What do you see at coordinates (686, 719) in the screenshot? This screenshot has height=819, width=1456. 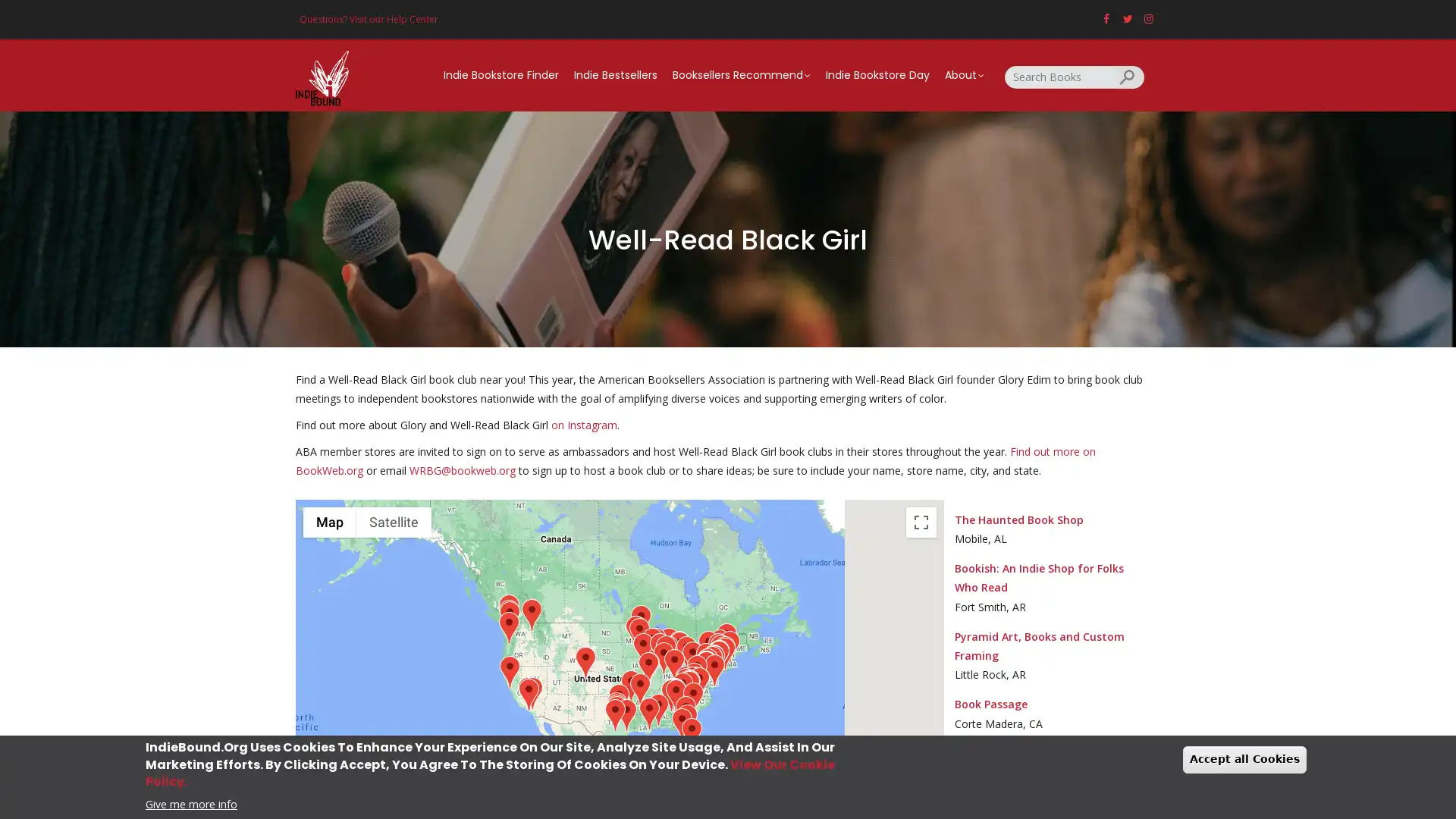 I see `The Writer's Block Bookstore` at bounding box center [686, 719].